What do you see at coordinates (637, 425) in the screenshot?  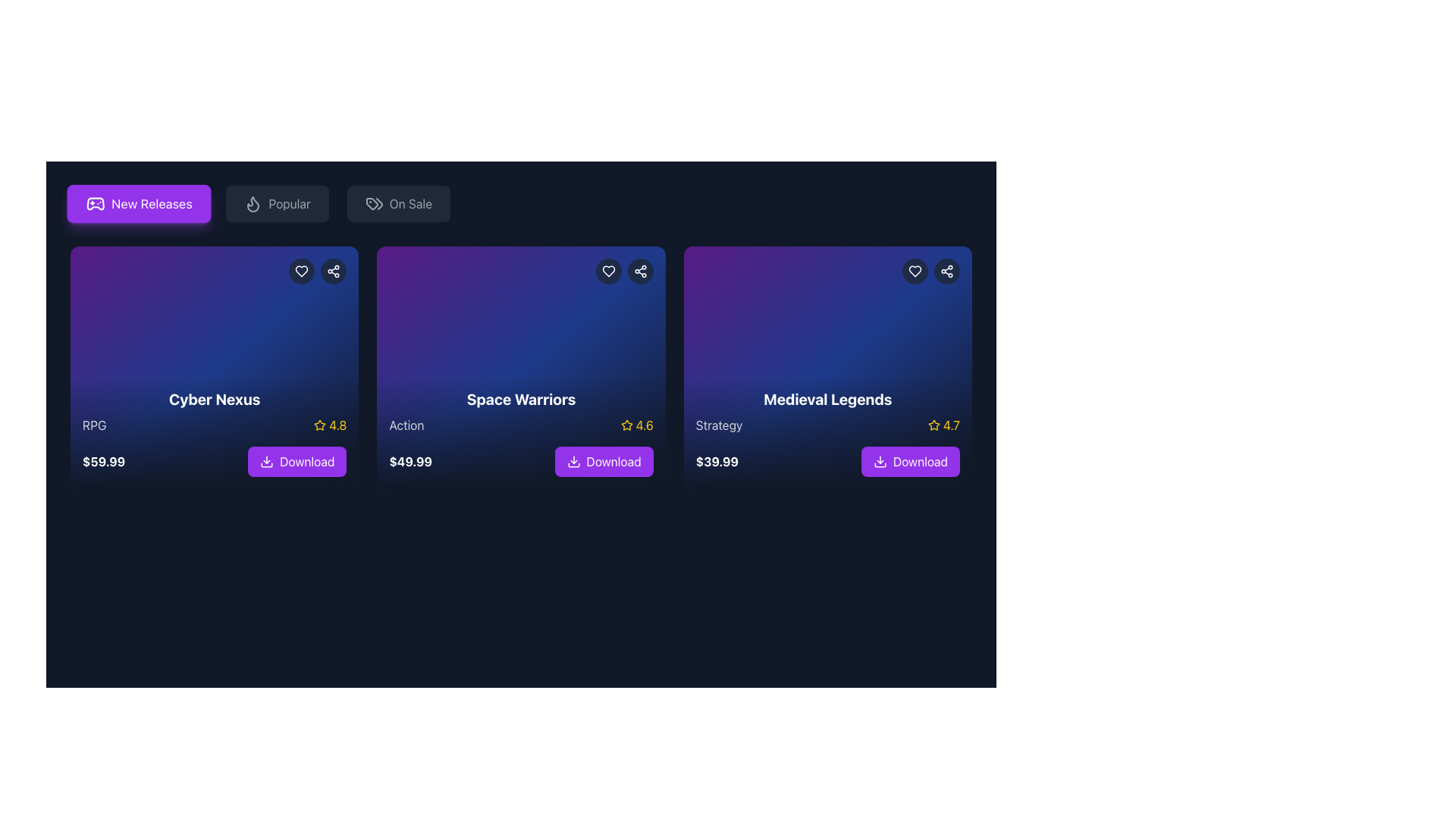 I see `the text-based rating indicator for 'Space Warriors', which is located at the bottom-right of the card above the 'Download' button` at bounding box center [637, 425].